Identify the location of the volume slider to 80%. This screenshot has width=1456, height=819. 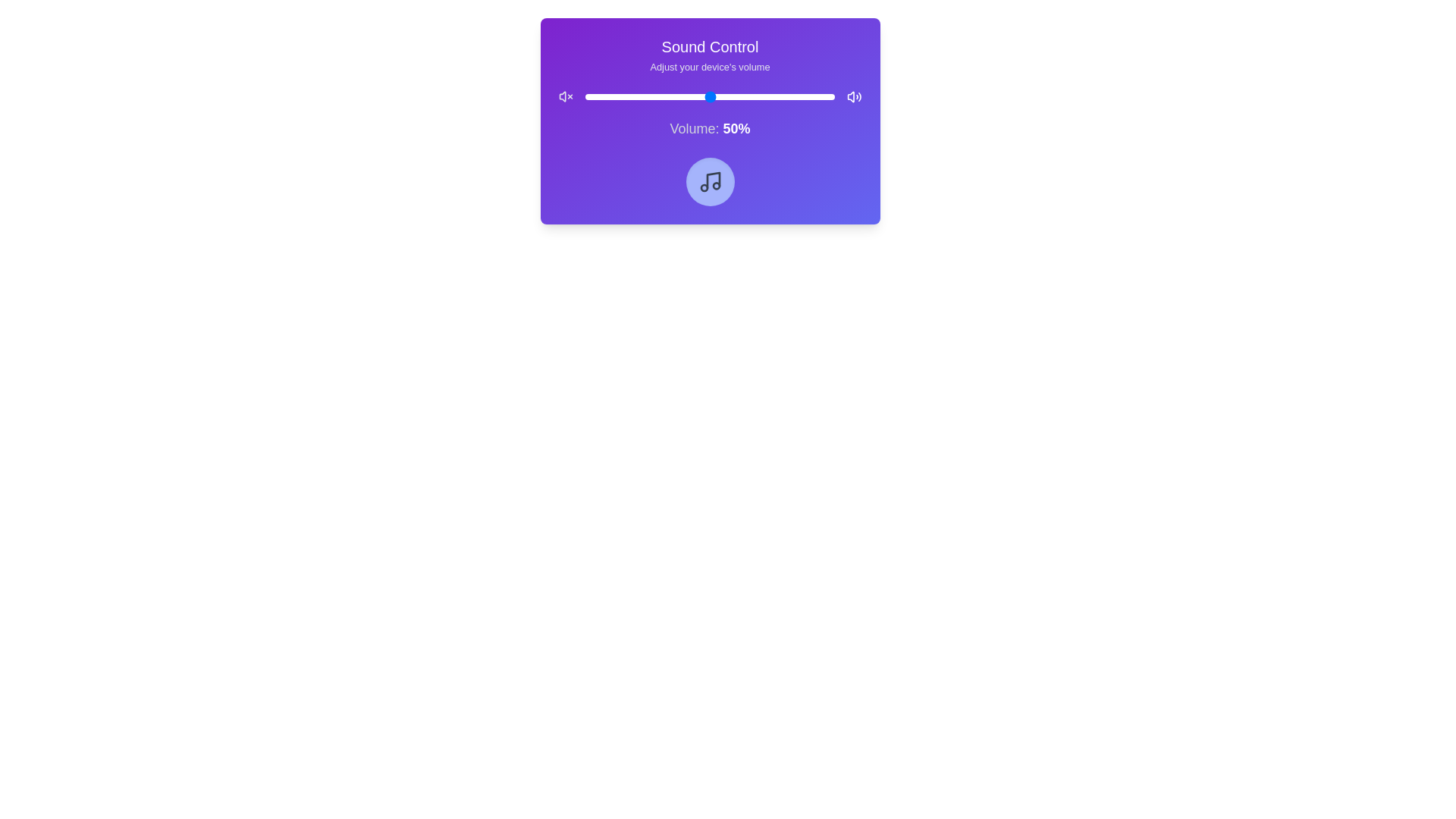
(785, 96).